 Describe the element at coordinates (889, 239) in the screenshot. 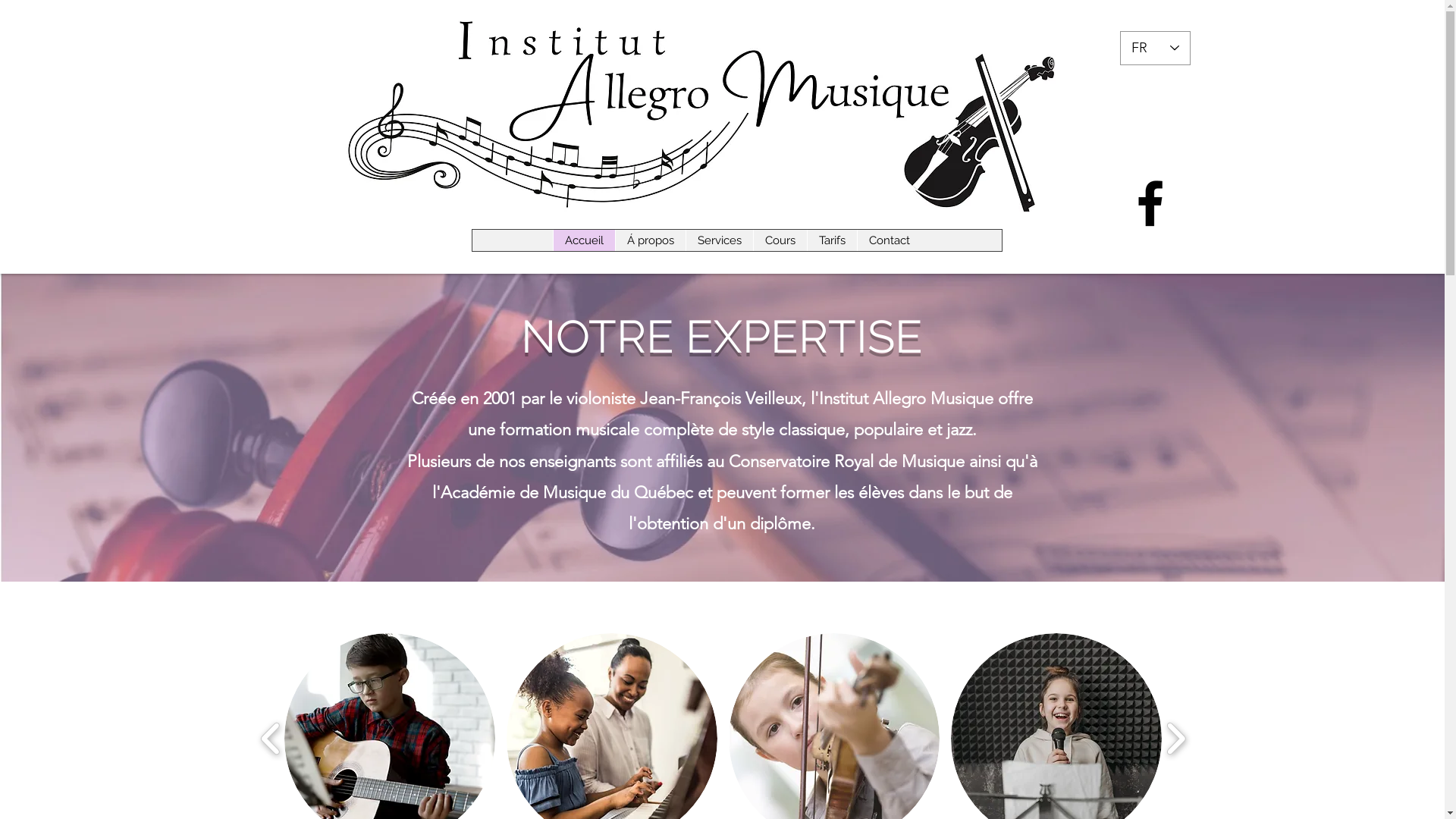

I see `'Contact'` at that location.